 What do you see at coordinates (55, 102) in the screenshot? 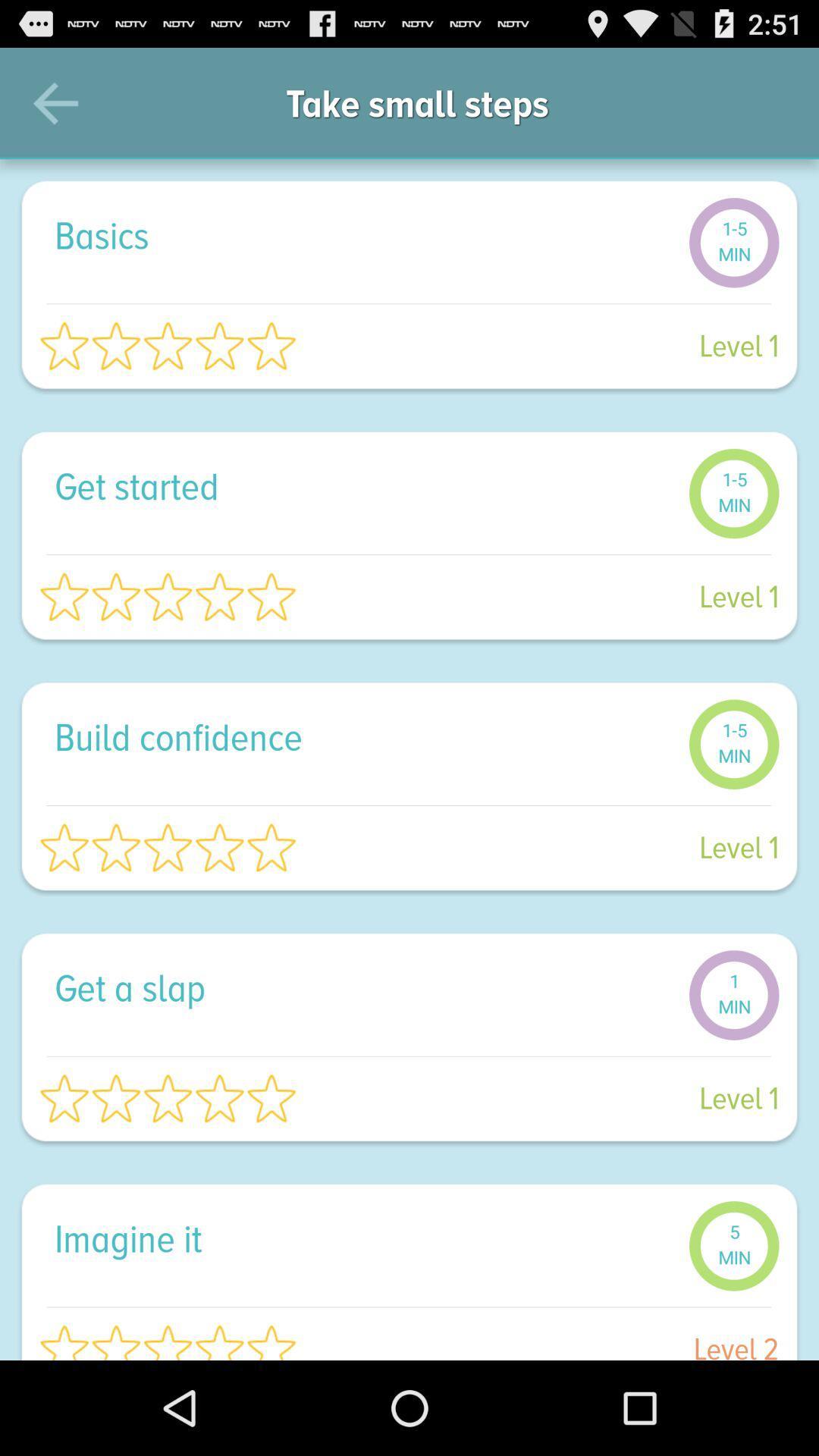
I see `the item to the left of take small steps` at bounding box center [55, 102].